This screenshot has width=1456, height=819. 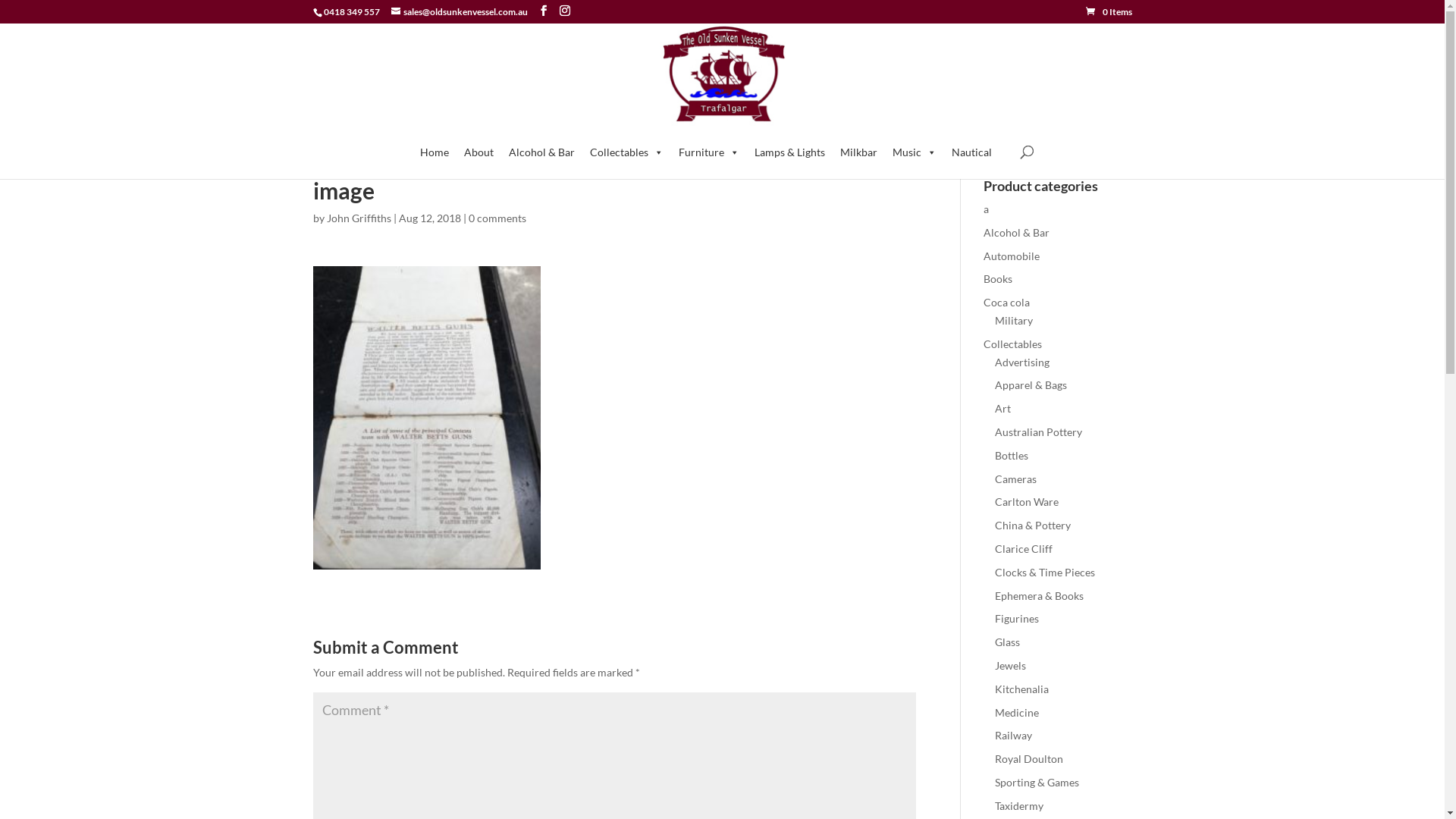 What do you see at coordinates (1019, 805) in the screenshot?
I see `'Taxidermy'` at bounding box center [1019, 805].